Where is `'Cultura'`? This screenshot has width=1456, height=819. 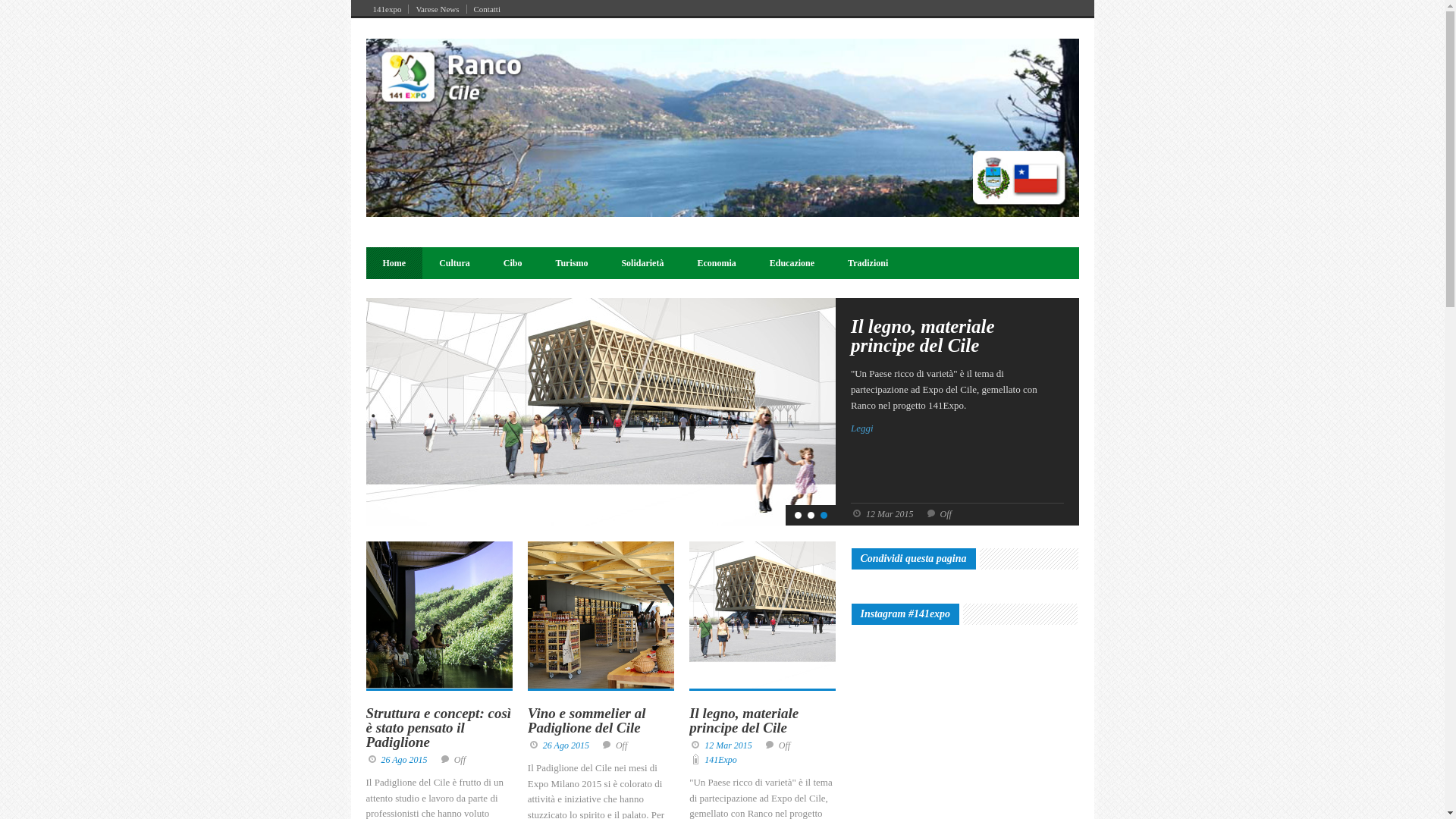
'Cultura' is located at coordinates (453, 262).